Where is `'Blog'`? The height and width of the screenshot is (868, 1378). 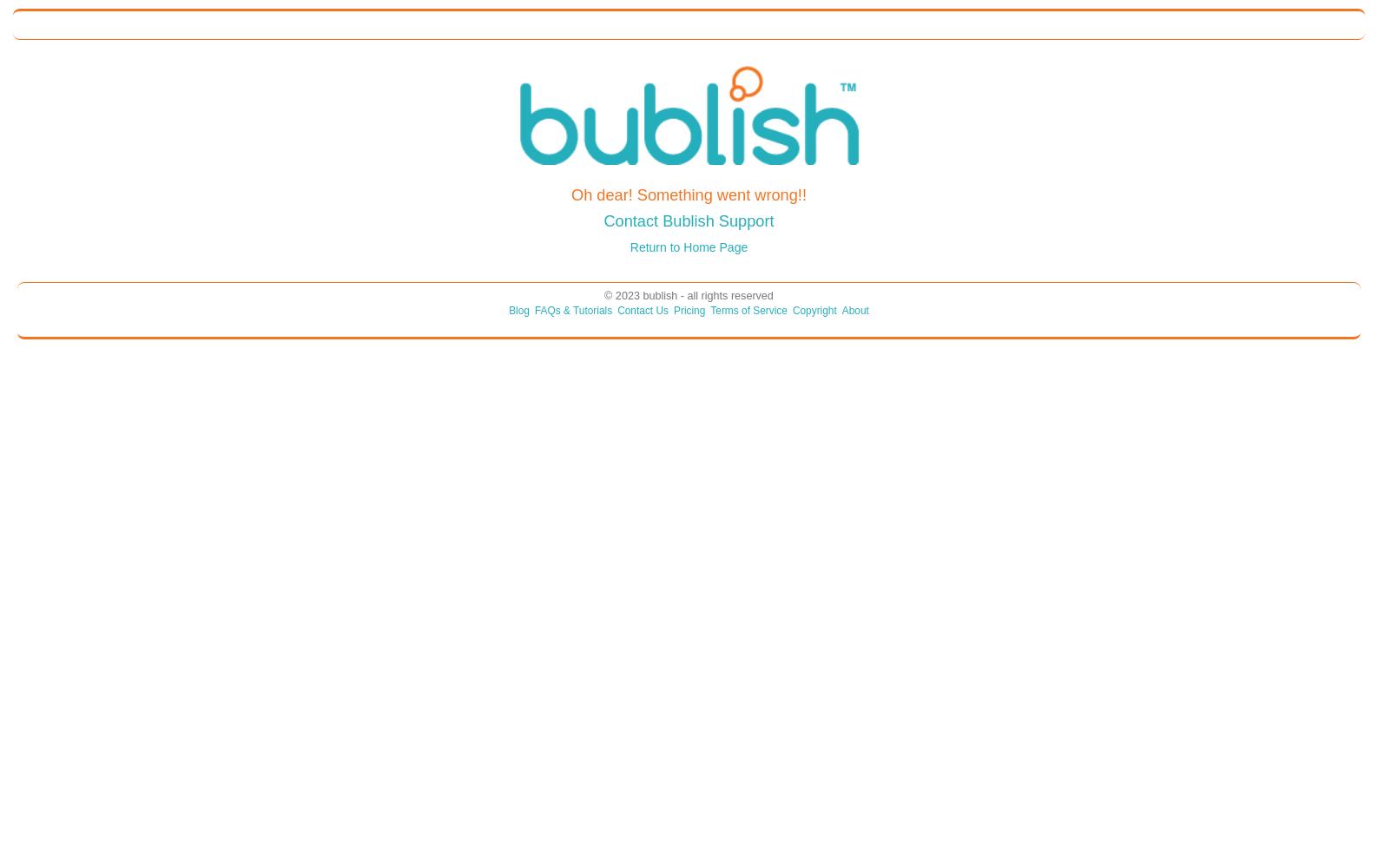 'Blog' is located at coordinates (518, 310).